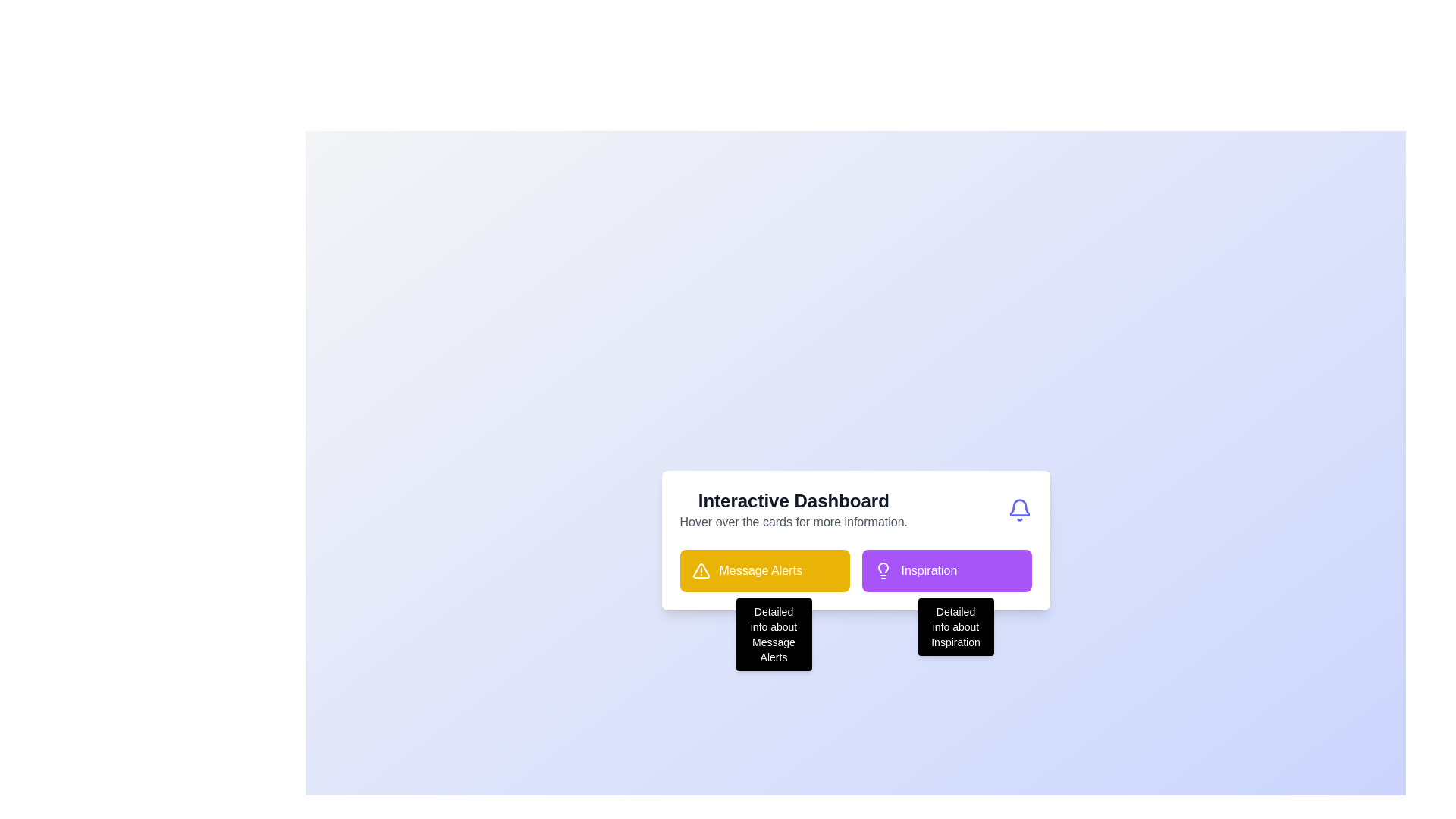 The width and height of the screenshot is (1456, 819). What do you see at coordinates (773, 635) in the screenshot?
I see `the tooltip associated with the 'Message Alerts' button, which provides additional information when hovered upon` at bounding box center [773, 635].